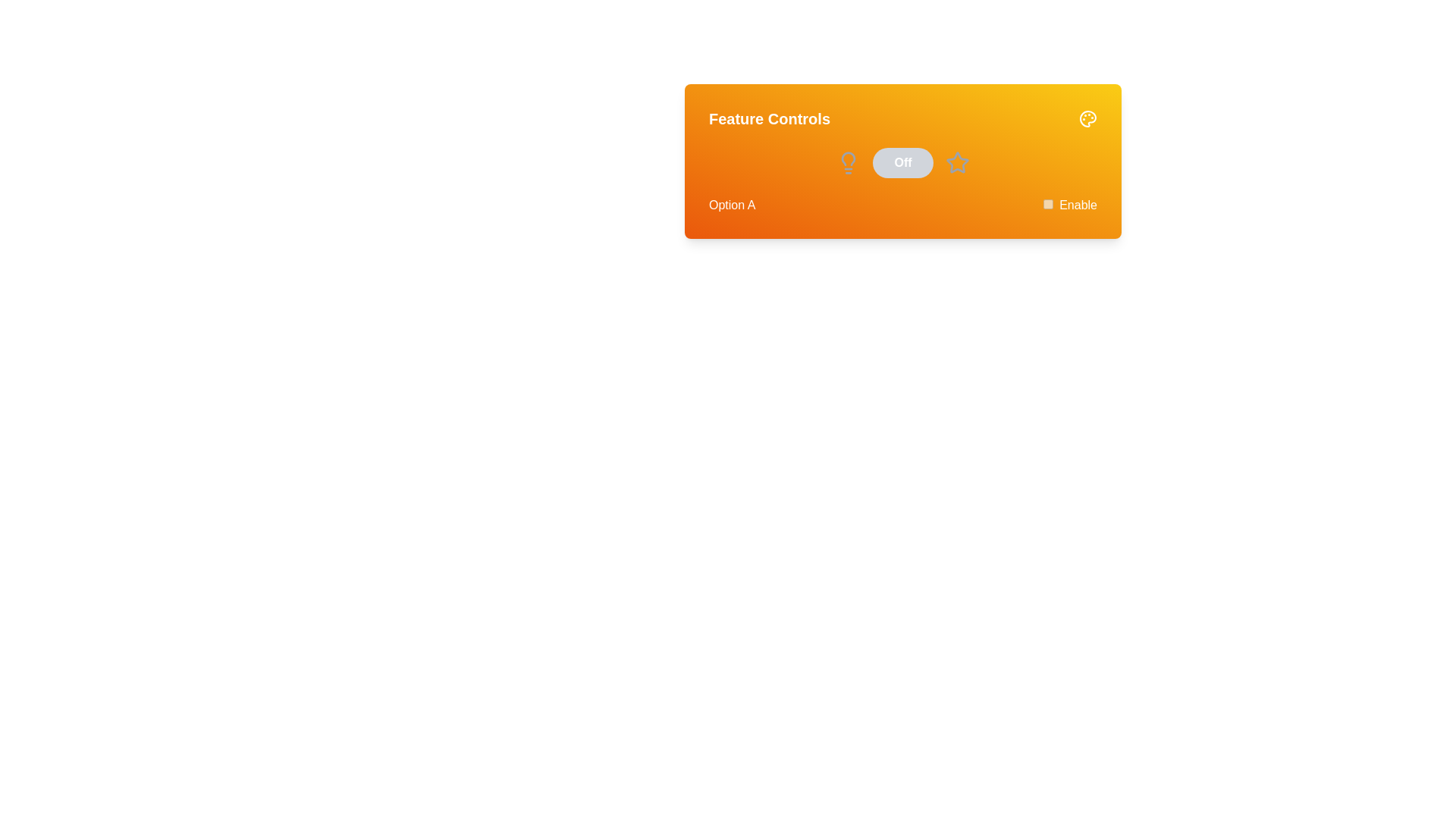 The image size is (1456, 819). I want to click on the button labeled 'Off' with a gray background, so click(902, 163).